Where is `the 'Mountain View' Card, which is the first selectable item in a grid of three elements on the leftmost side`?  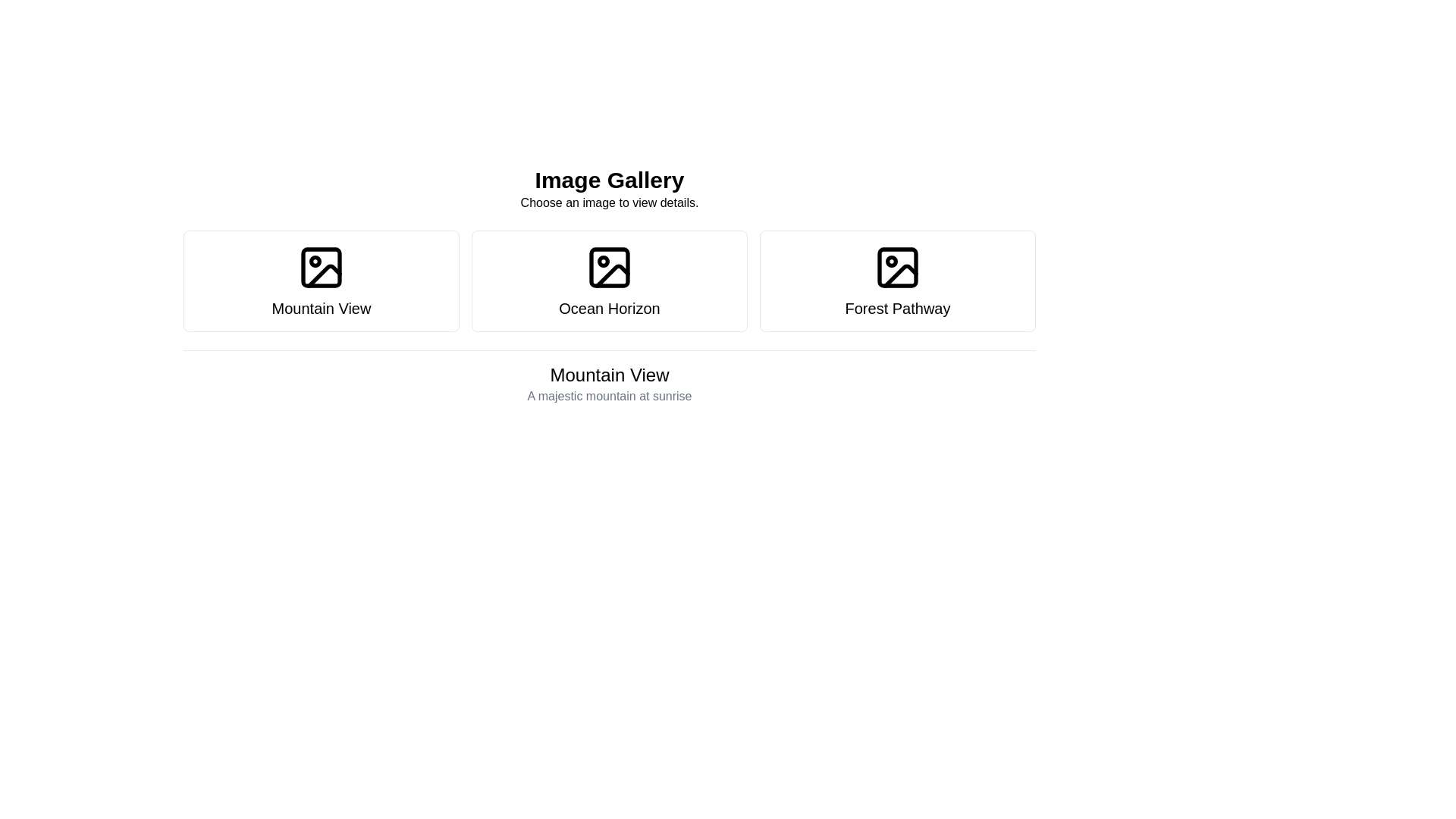
the 'Mountain View' Card, which is the first selectable item in a grid of three elements on the leftmost side is located at coordinates (320, 281).